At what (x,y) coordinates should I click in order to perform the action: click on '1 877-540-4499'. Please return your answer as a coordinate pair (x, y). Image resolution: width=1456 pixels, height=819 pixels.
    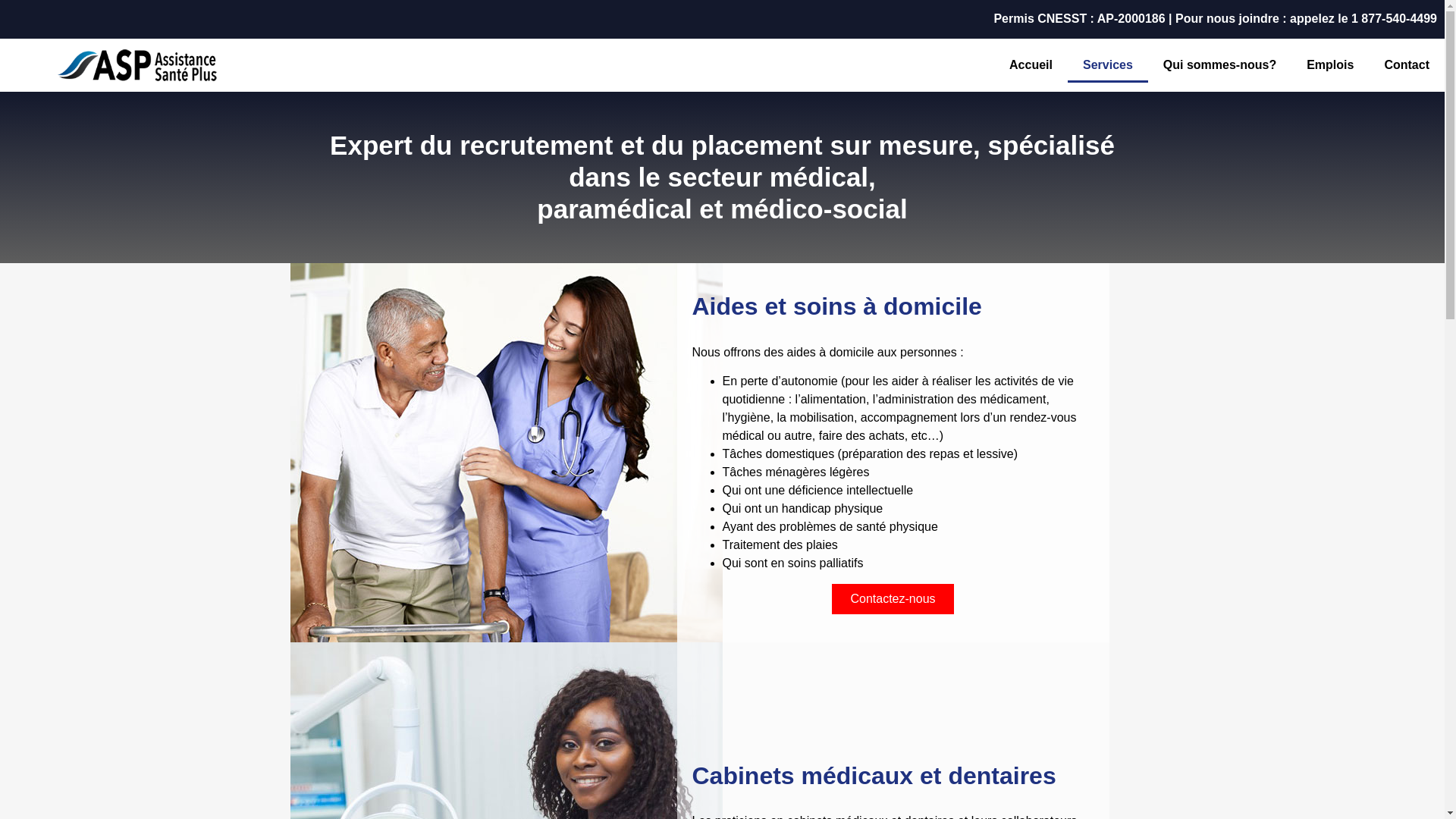
    Looking at the image, I should click on (1394, 18).